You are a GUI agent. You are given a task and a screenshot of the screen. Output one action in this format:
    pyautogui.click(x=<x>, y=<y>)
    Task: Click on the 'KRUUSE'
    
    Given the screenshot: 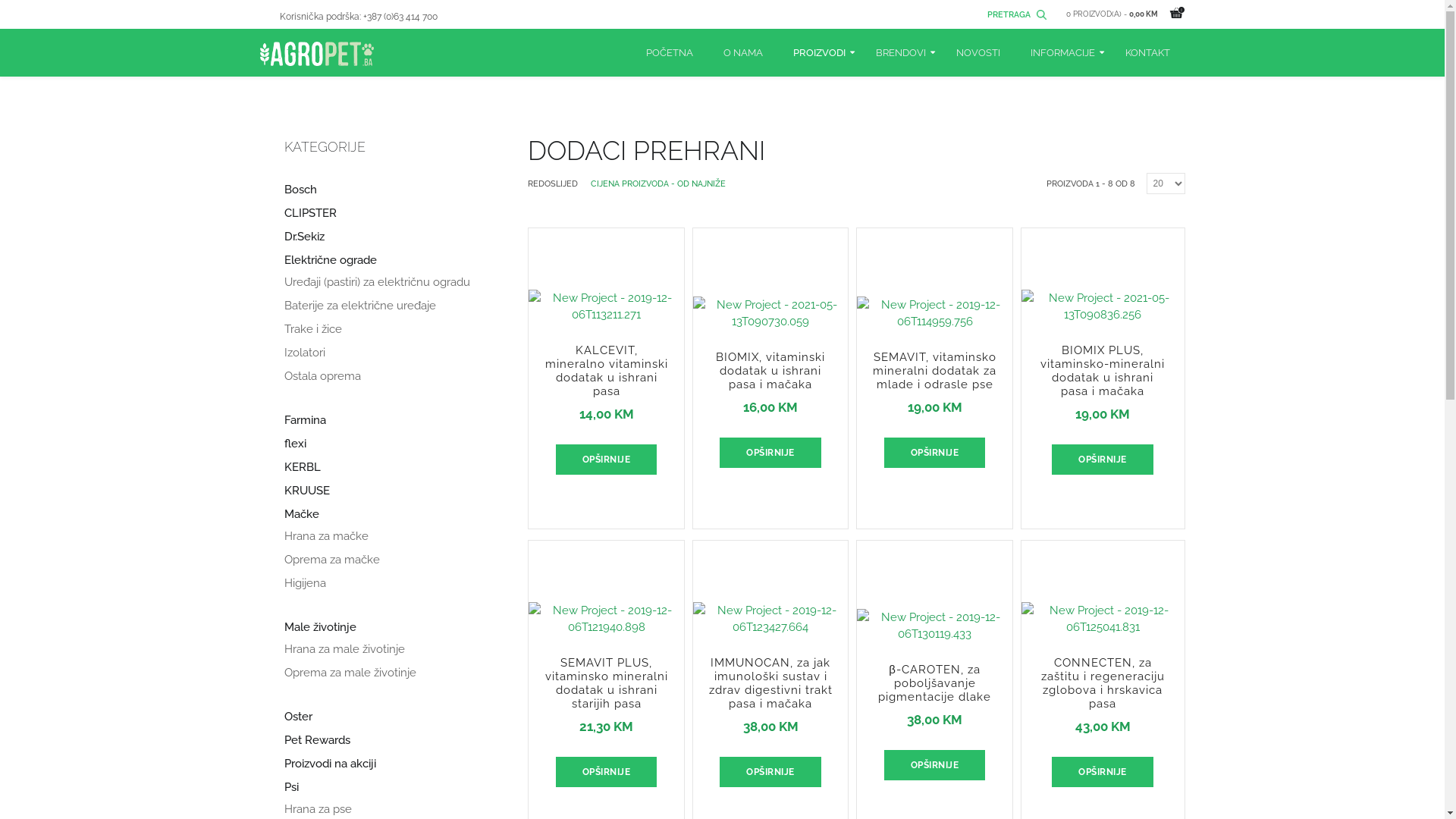 What is the action you would take?
    pyautogui.click(x=305, y=491)
    